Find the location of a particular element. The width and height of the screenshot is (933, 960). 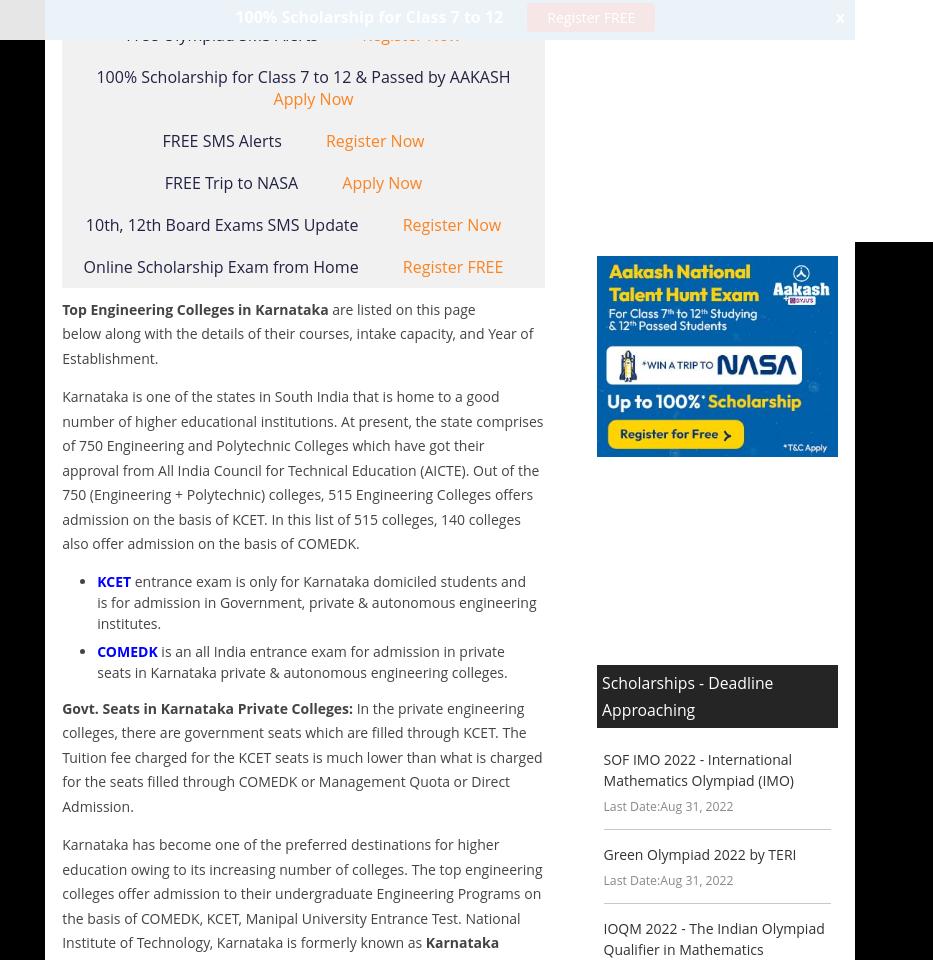

'are listed on this page below along with the details of their courses, intake capacity, and Year of Establishment.' is located at coordinates (297, 333).